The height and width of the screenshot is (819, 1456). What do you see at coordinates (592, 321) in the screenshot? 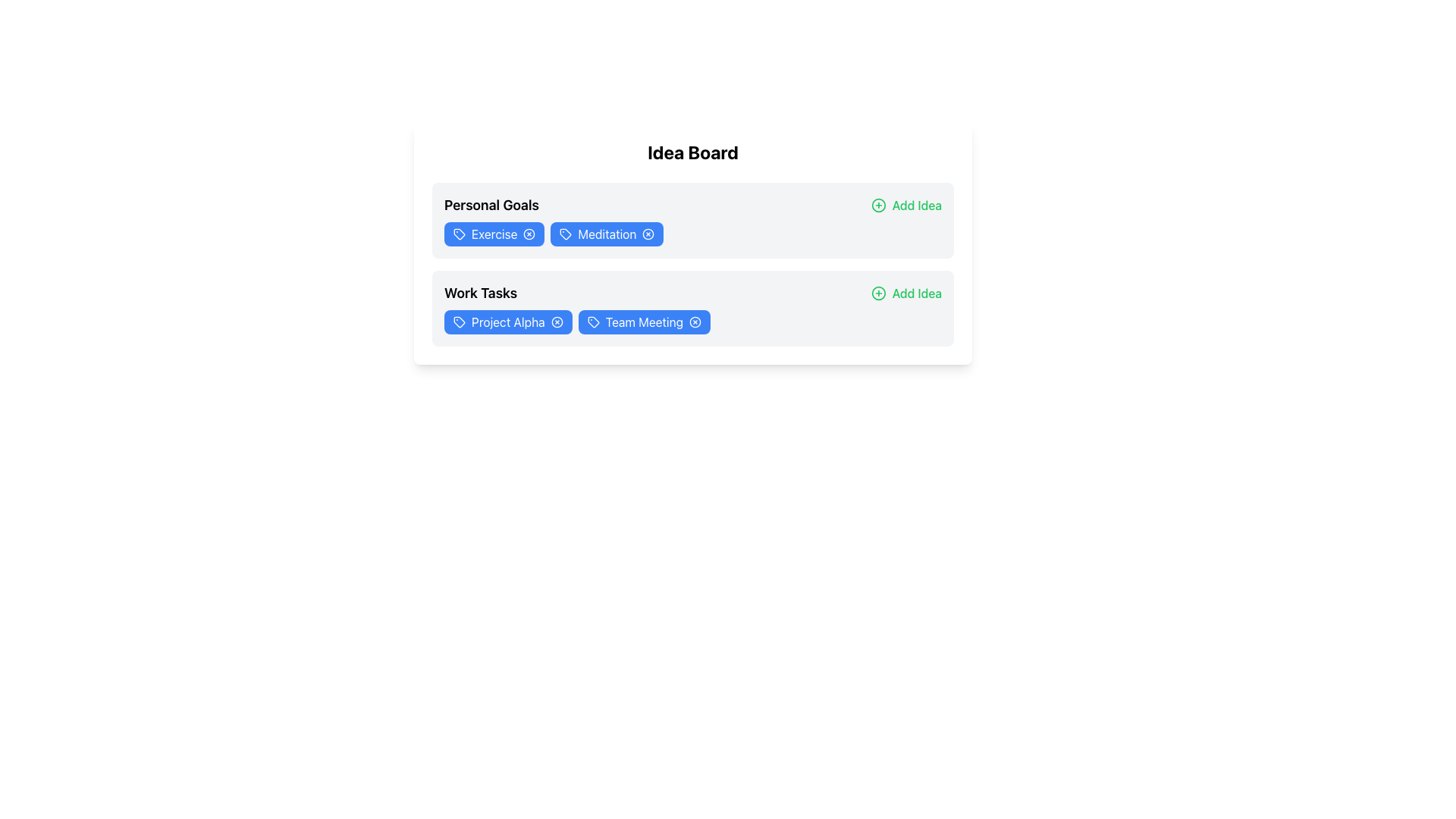
I see `the icon element resembling a tag with a blue background and a white outline, located within the 'Team Meeting' item in the 'Work Tasks' section` at bounding box center [592, 321].